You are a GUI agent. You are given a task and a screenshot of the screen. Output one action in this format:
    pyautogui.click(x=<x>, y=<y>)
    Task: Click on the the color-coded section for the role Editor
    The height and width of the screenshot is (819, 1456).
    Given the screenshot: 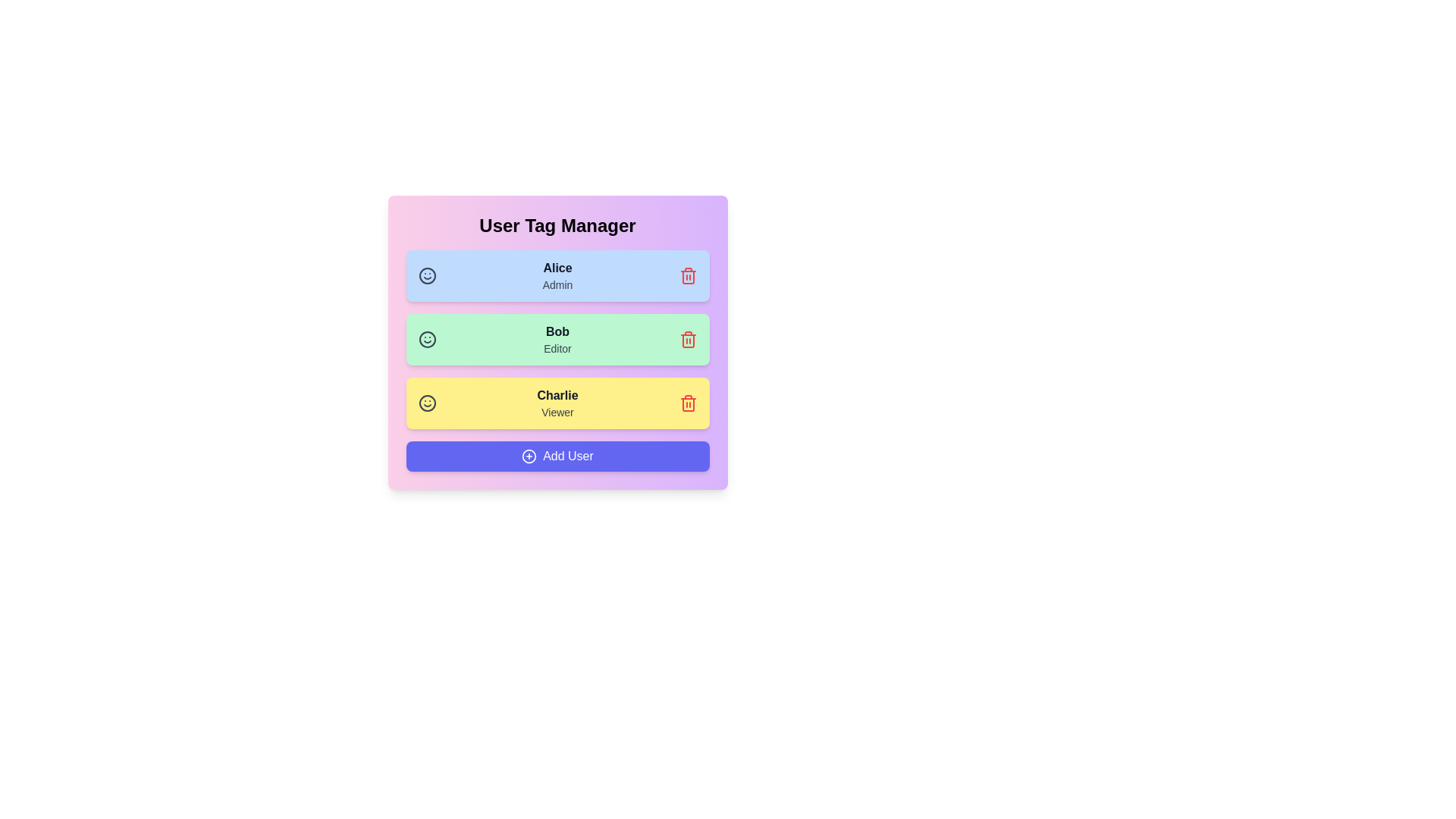 What is the action you would take?
    pyautogui.click(x=557, y=338)
    